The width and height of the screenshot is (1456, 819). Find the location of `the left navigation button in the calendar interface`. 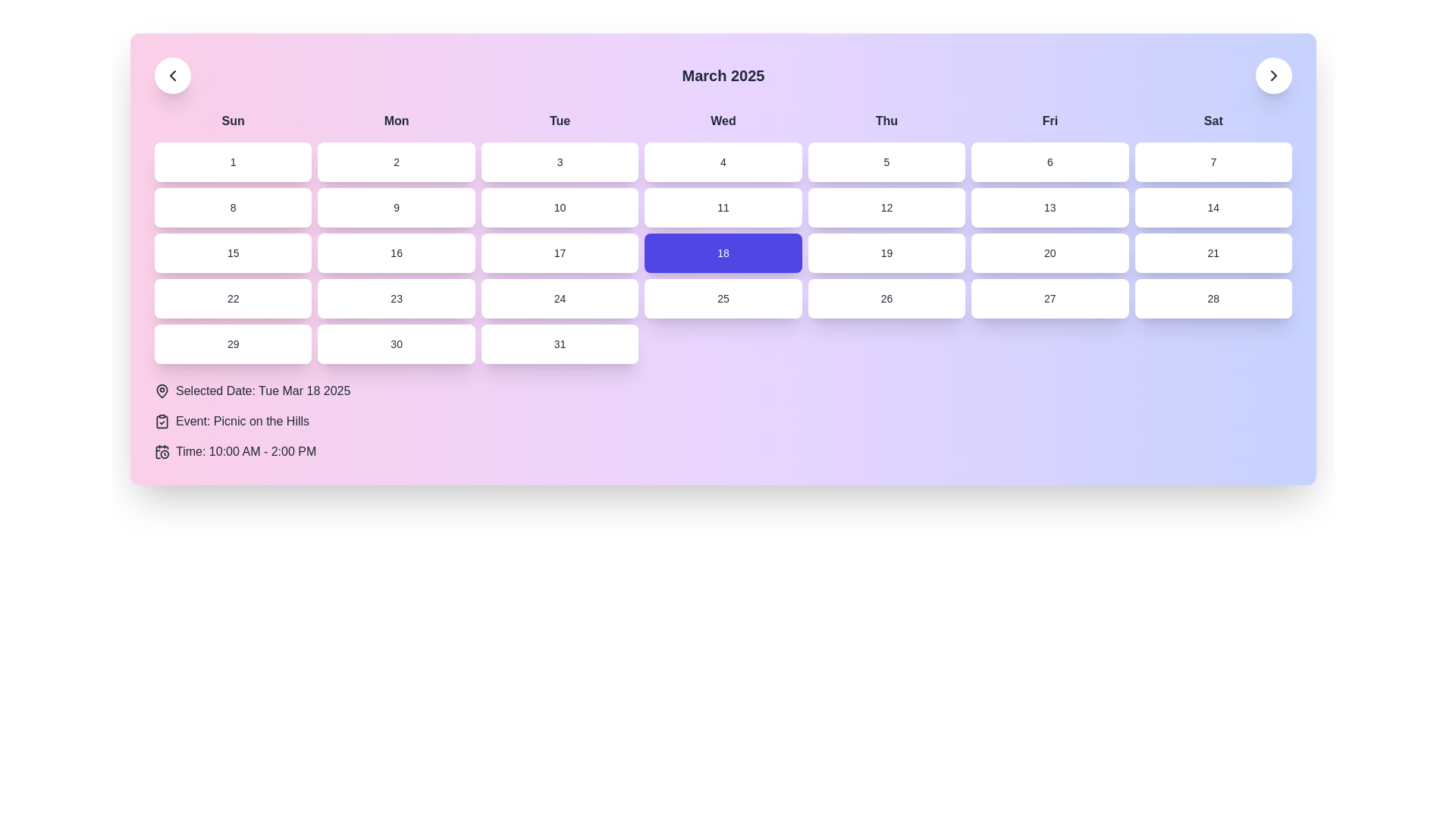

the left navigation button in the calendar interface is located at coordinates (172, 76).